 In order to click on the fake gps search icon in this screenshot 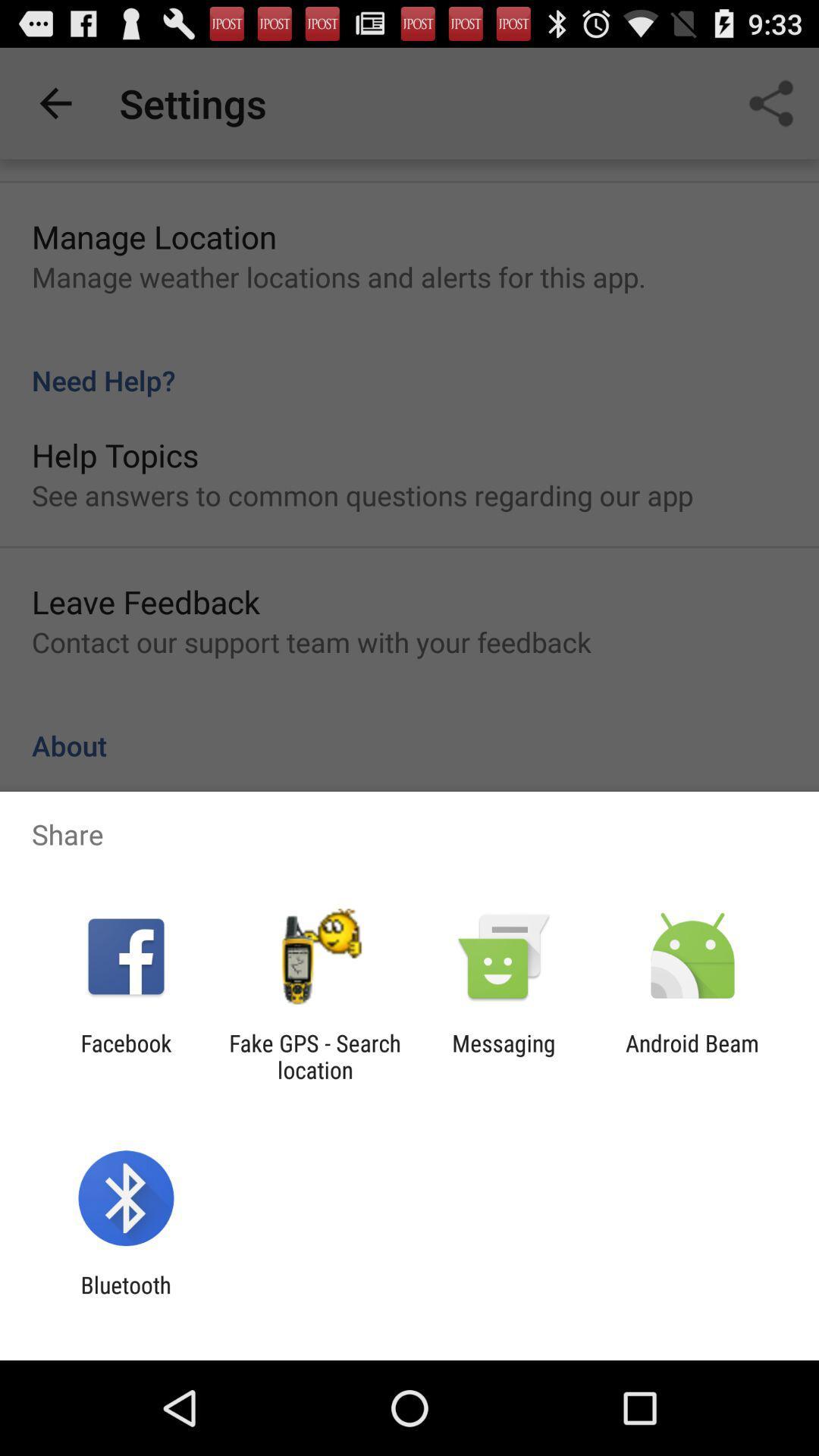, I will do `click(314, 1056)`.